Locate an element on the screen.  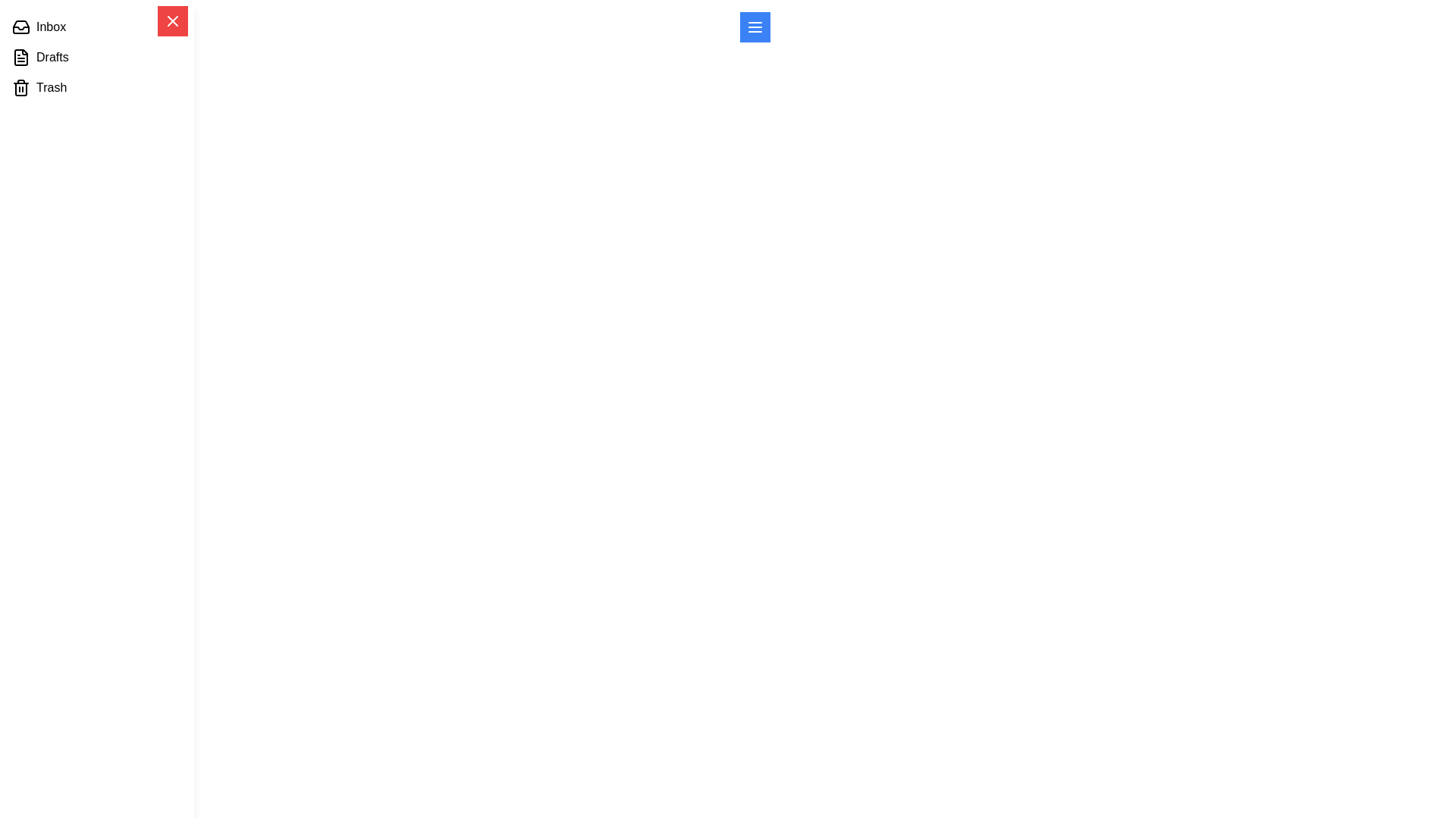
the menu item Trash to visually explore its text and icon is located at coordinates (96, 87).